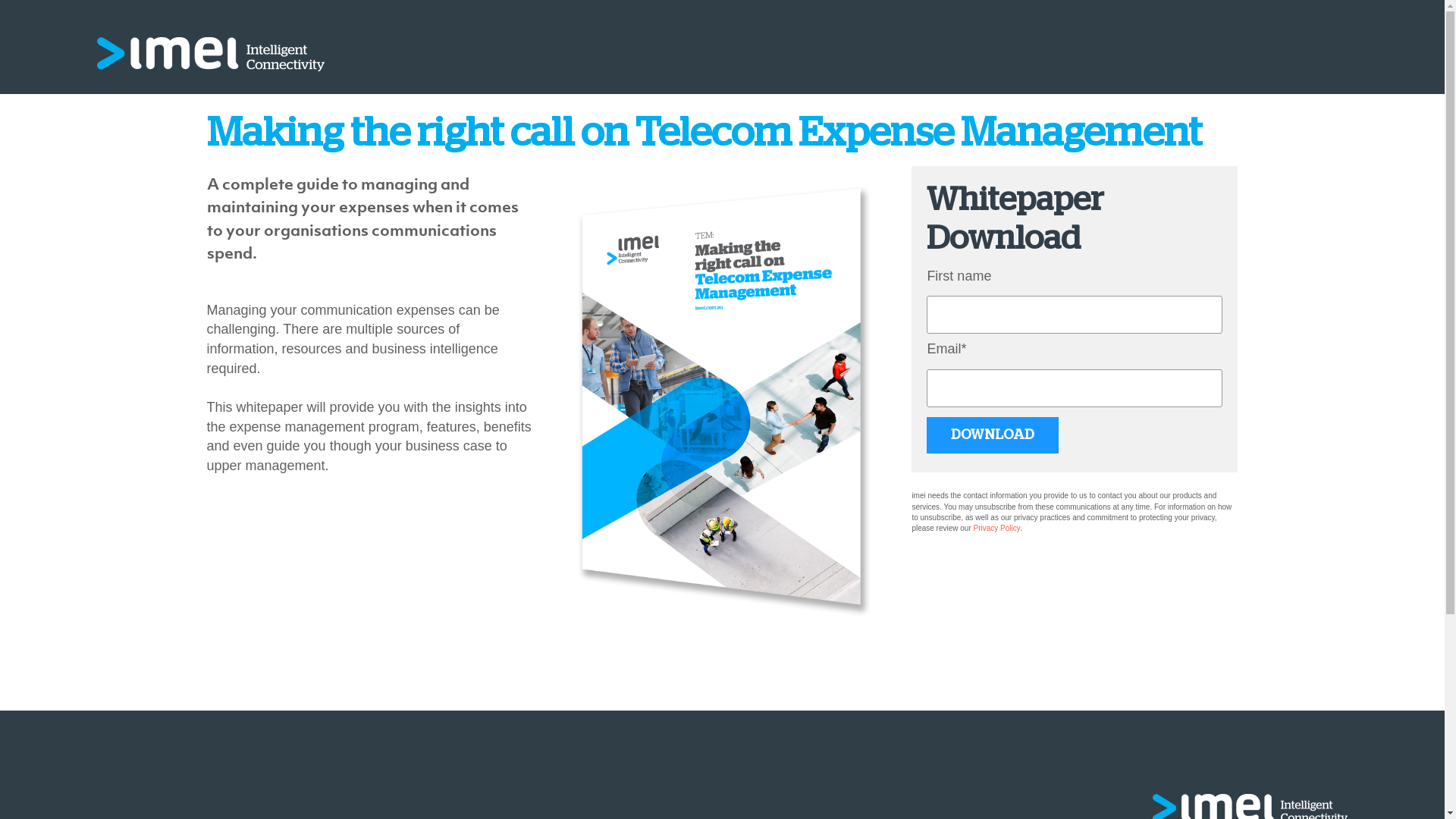 The width and height of the screenshot is (1456, 819). Describe the element at coordinates (997, 527) in the screenshot. I see `'Privacy Policy'` at that location.